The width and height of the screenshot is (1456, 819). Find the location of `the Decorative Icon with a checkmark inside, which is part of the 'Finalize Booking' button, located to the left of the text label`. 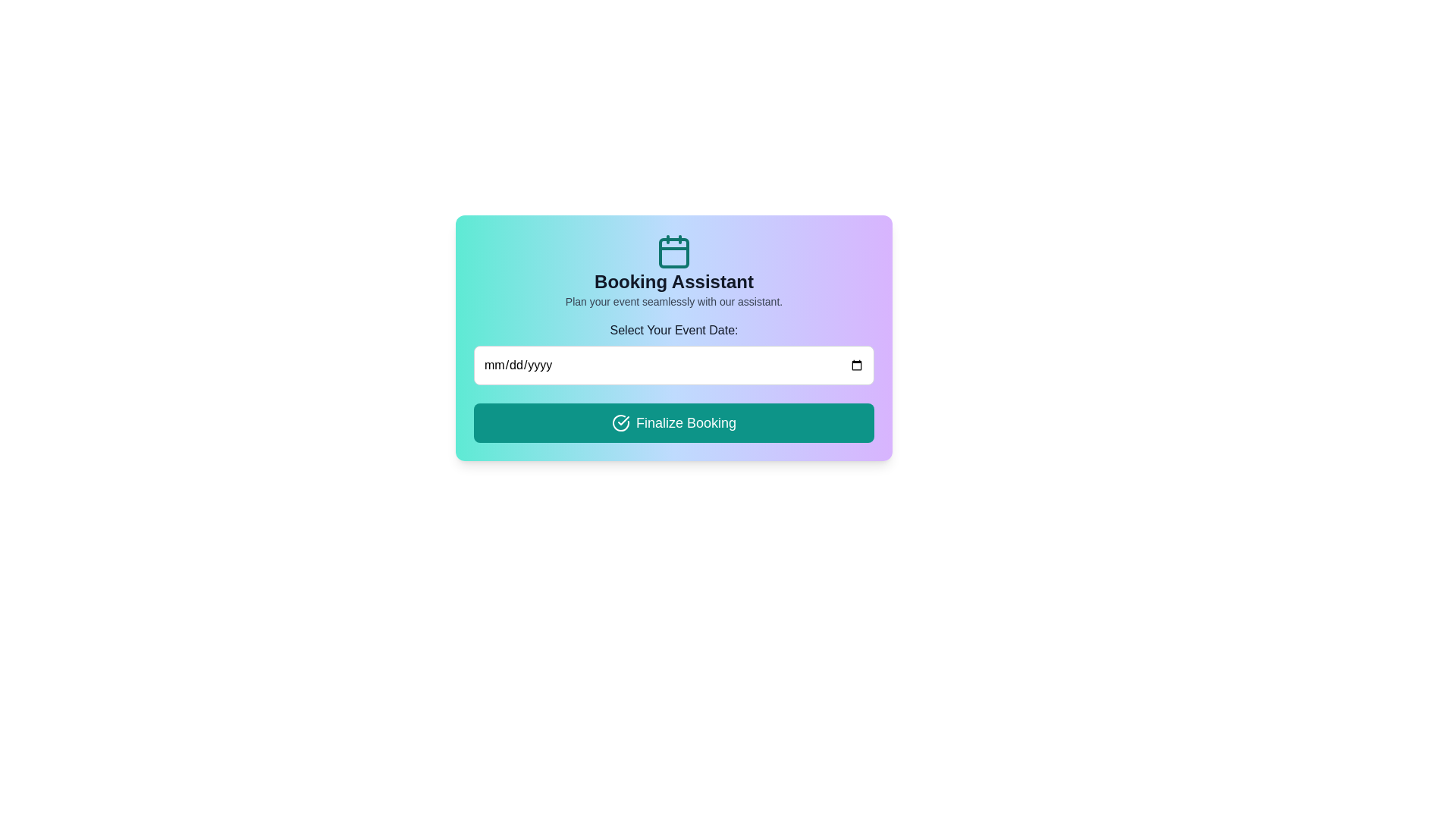

the Decorative Icon with a checkmark inside, which is part of the 'Finalize Booking' button, located to the left of the text label is located at coordinates (620, 423).